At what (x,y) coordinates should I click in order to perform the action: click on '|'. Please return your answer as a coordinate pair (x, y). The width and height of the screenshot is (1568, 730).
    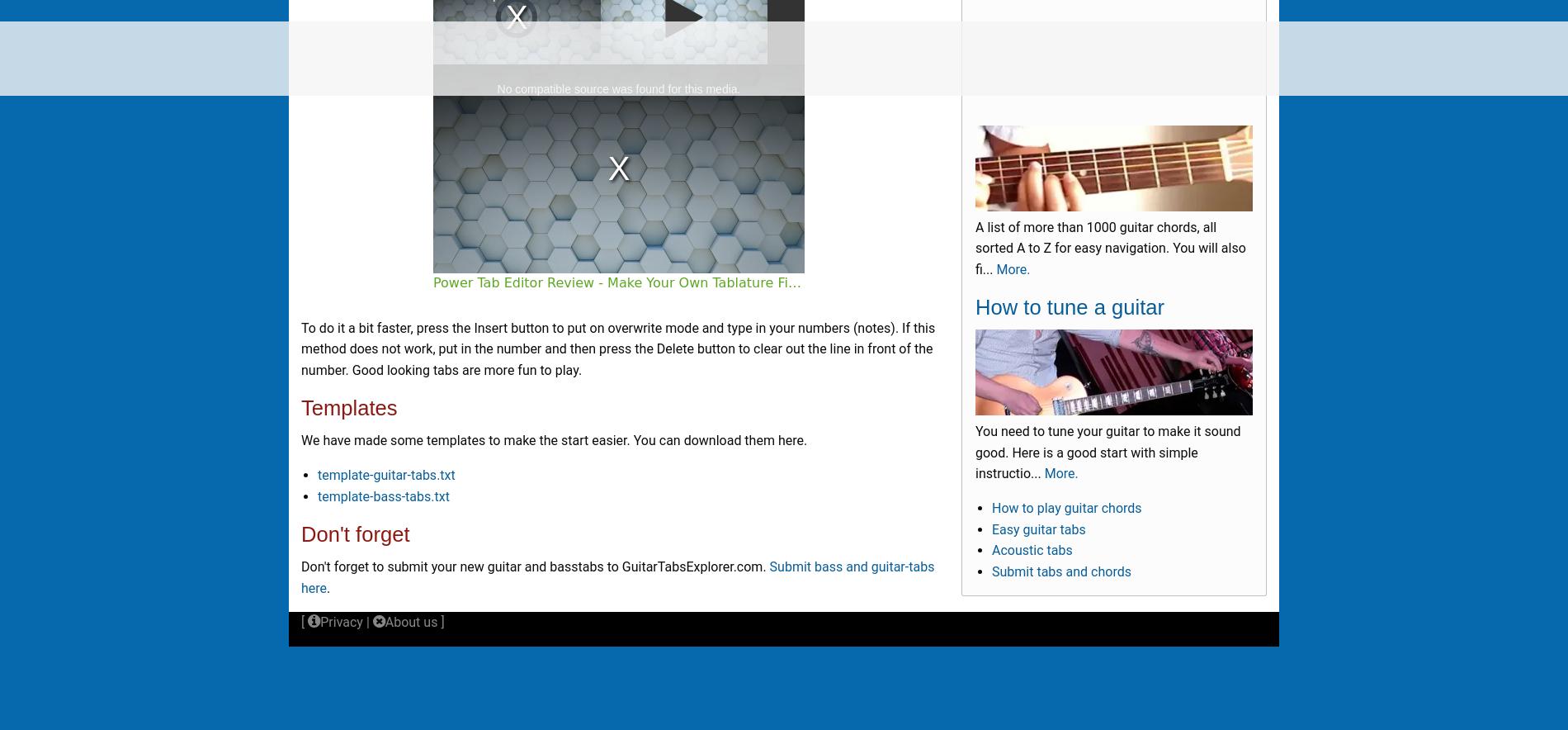
    Looking at the image, I should click on (366, 622).